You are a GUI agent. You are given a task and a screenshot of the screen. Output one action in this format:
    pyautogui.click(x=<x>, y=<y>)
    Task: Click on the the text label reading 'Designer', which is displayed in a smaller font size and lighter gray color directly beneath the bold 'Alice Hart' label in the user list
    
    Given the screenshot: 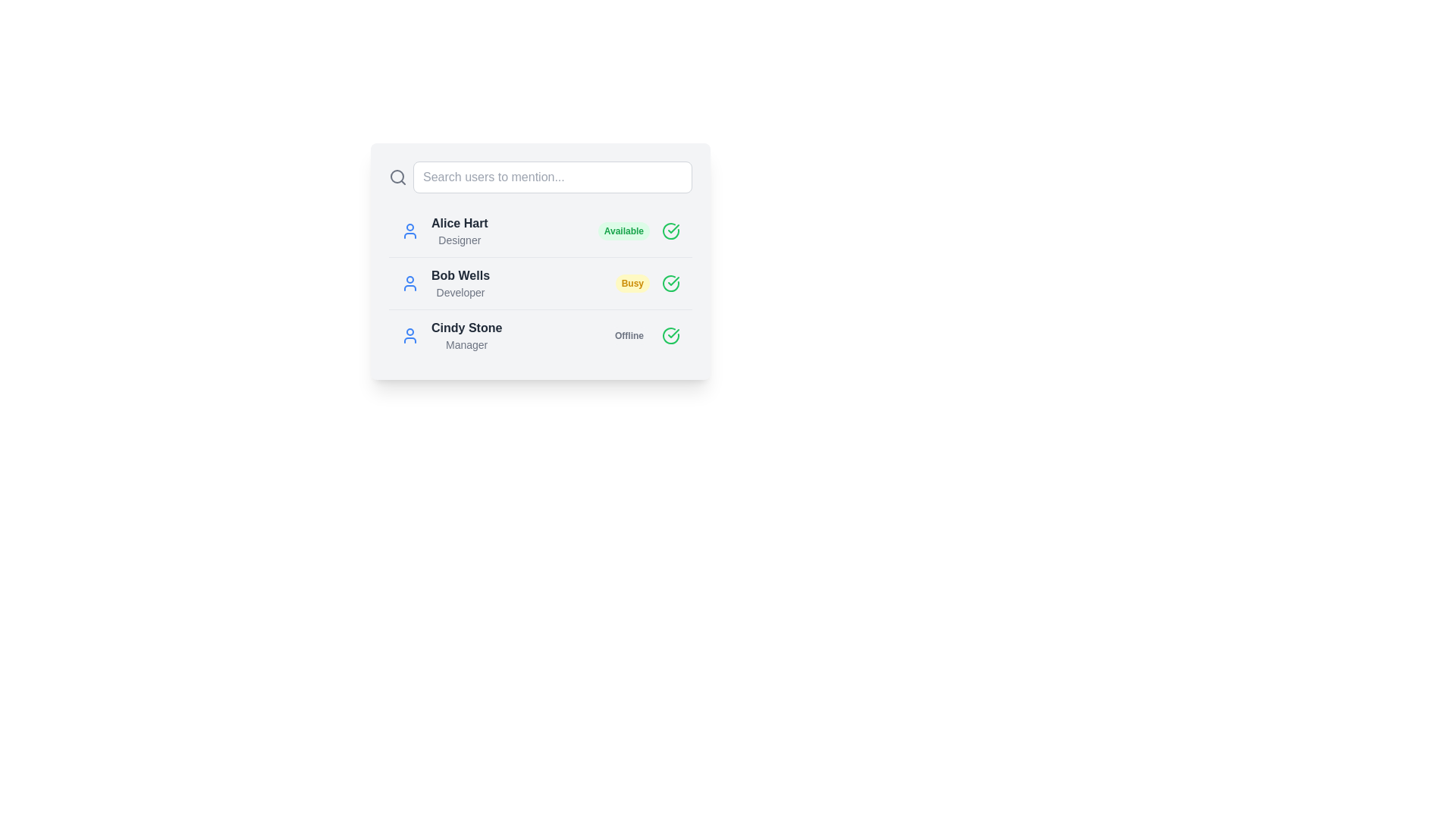 What is the action you would take?
    pyautogui.click(x=459, y=239)
    